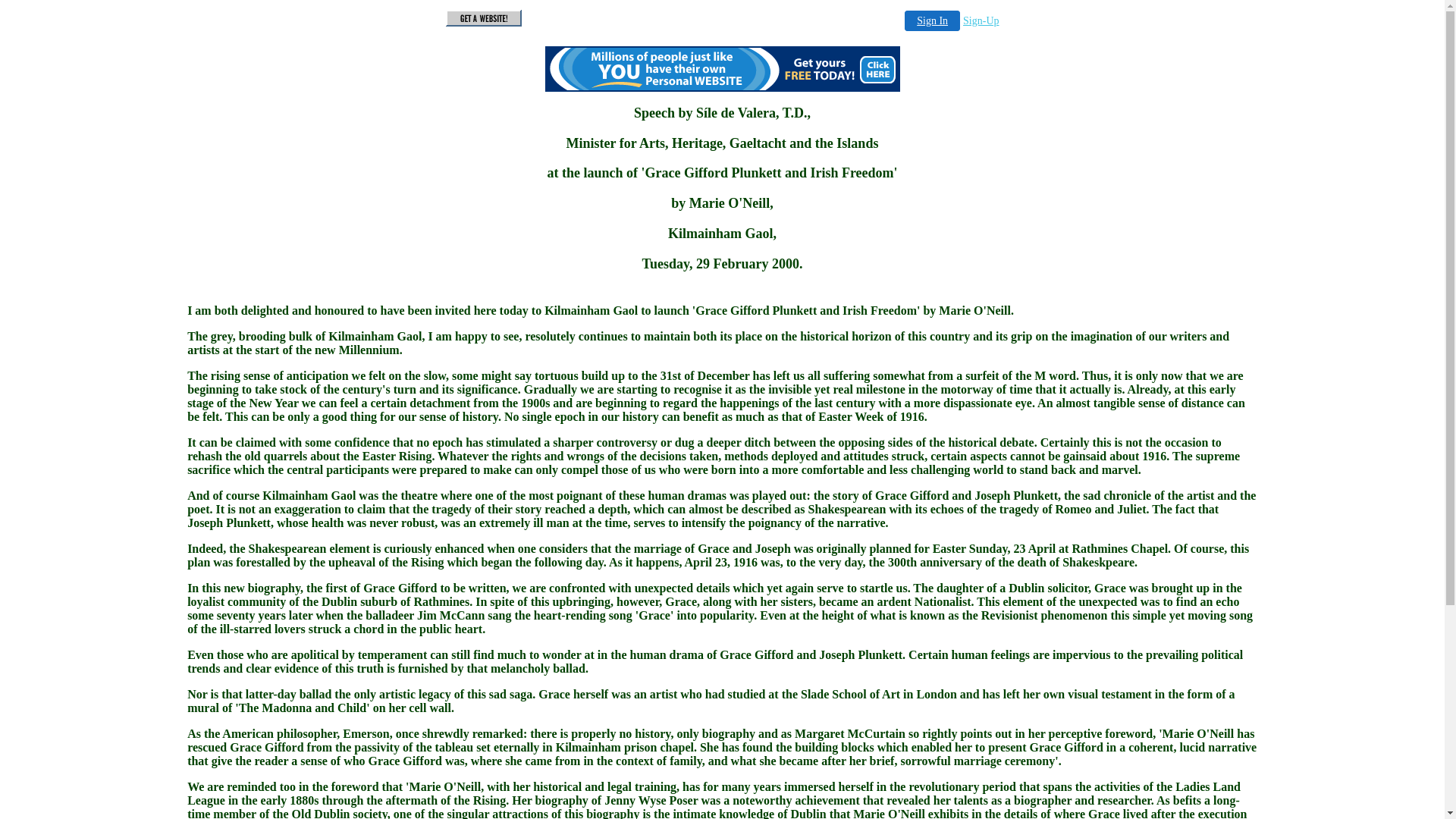 The width and height of the screenshot is (1456, 819). I want to click on 'Sign In', so click(931, 20).